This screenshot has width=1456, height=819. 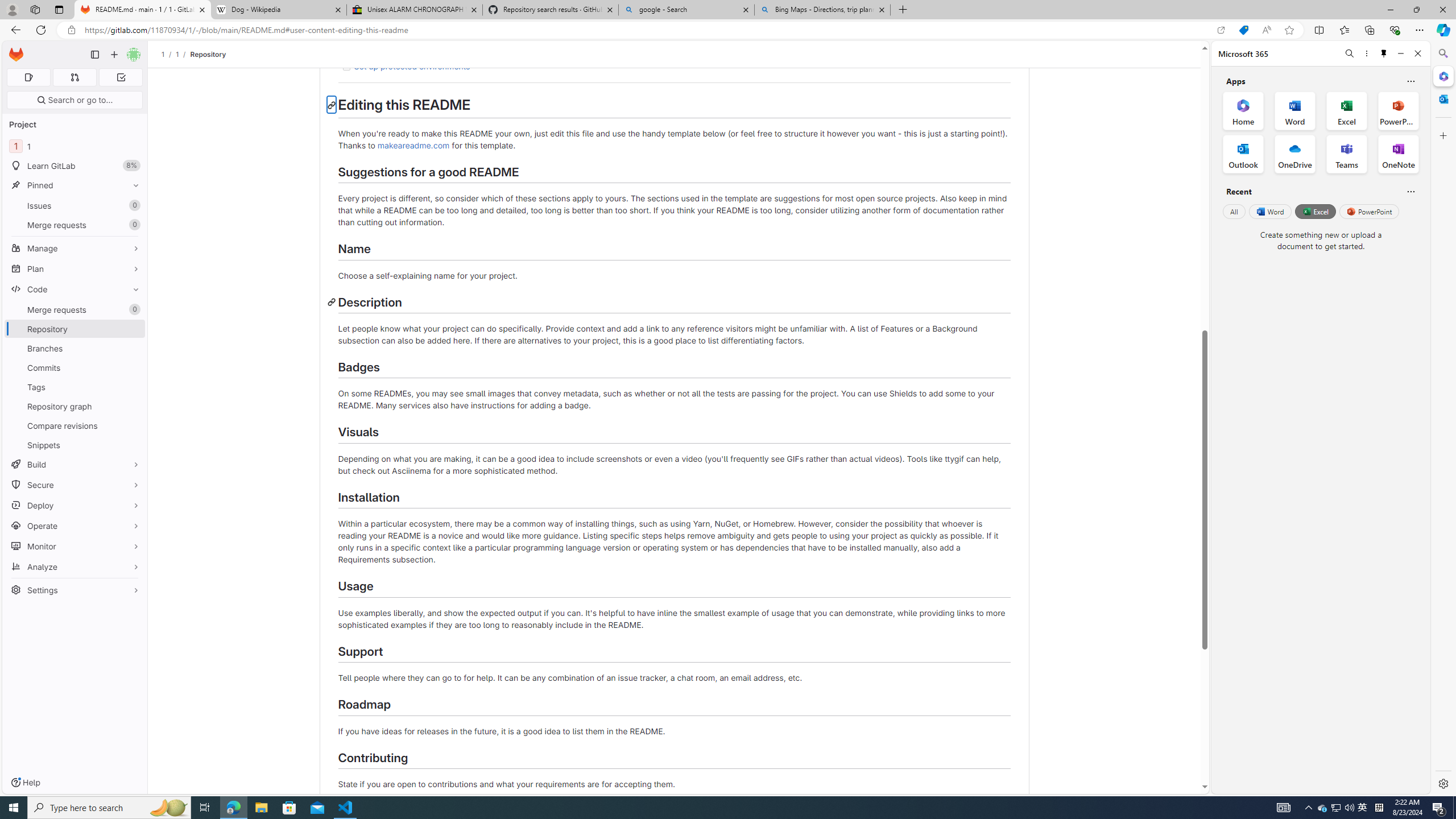 What do you see at coordinates (74, 348) in the screenshot?
I see `'Branches'` at bounding box center [74, 348].